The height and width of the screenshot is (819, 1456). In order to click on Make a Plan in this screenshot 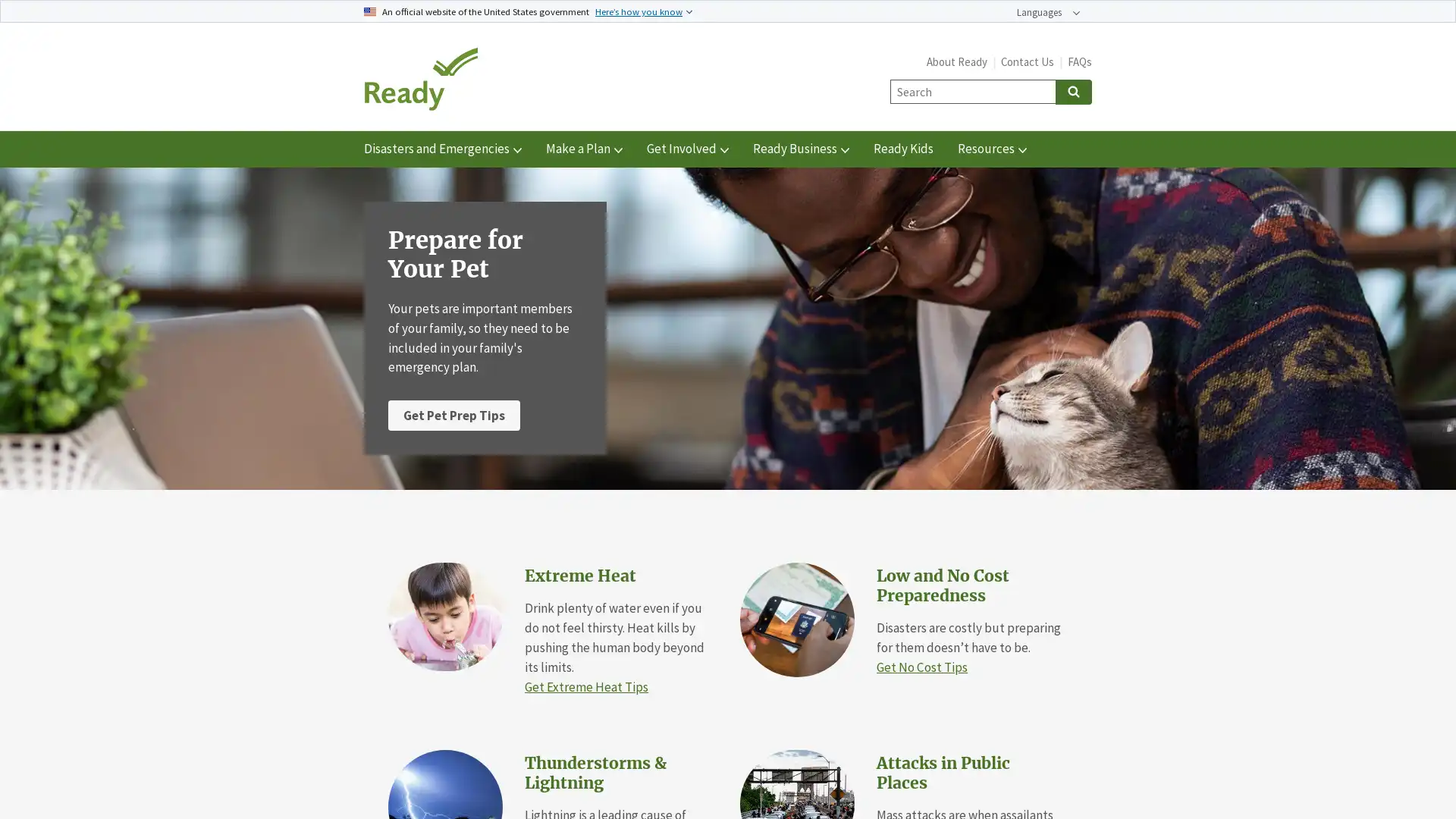, I will do `click(583, 149)`.